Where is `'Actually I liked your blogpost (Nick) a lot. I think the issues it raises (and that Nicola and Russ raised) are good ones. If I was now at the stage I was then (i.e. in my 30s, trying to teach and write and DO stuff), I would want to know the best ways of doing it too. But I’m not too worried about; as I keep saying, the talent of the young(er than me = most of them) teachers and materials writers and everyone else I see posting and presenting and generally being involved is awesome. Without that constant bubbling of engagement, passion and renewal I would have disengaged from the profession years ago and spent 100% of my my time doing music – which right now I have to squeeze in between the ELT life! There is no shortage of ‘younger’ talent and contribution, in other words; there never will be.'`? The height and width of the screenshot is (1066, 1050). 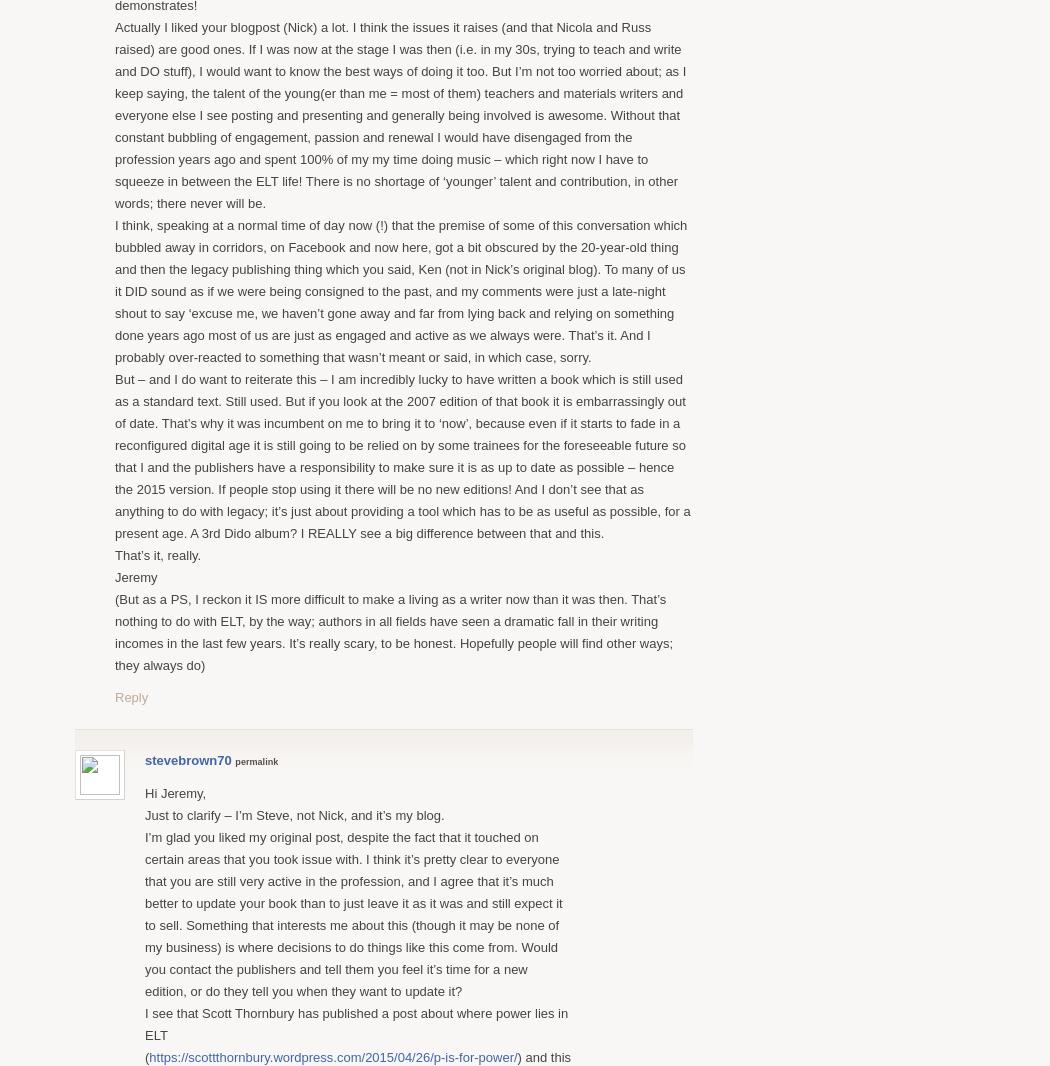
'Actually I liked your blogpost (Nick) a lot. I think the issues it raises (and that Nicola and Russ raised) are good ones. If I was now at the stage I was then (i.e. in my 30s, trying to teach and write and DO stuff), I would want to know the best ways of doing it too. But I’m not too worried about; as I keep saying, the talent of the young(er than me = most of them) teachers and materials writers and everyone else I see posting and presenting and generally being involved is awesome. Without that constant bubbling of engagement, passion and renewal I would have disengaged from the profession years ago and spent 100% of my my time doing music – which right now I have to squeeze in between the ELT life! There is no shortage of ‘younger’ talent and contribution, in other words; there never will be.' is located at coordinates (400, 113).